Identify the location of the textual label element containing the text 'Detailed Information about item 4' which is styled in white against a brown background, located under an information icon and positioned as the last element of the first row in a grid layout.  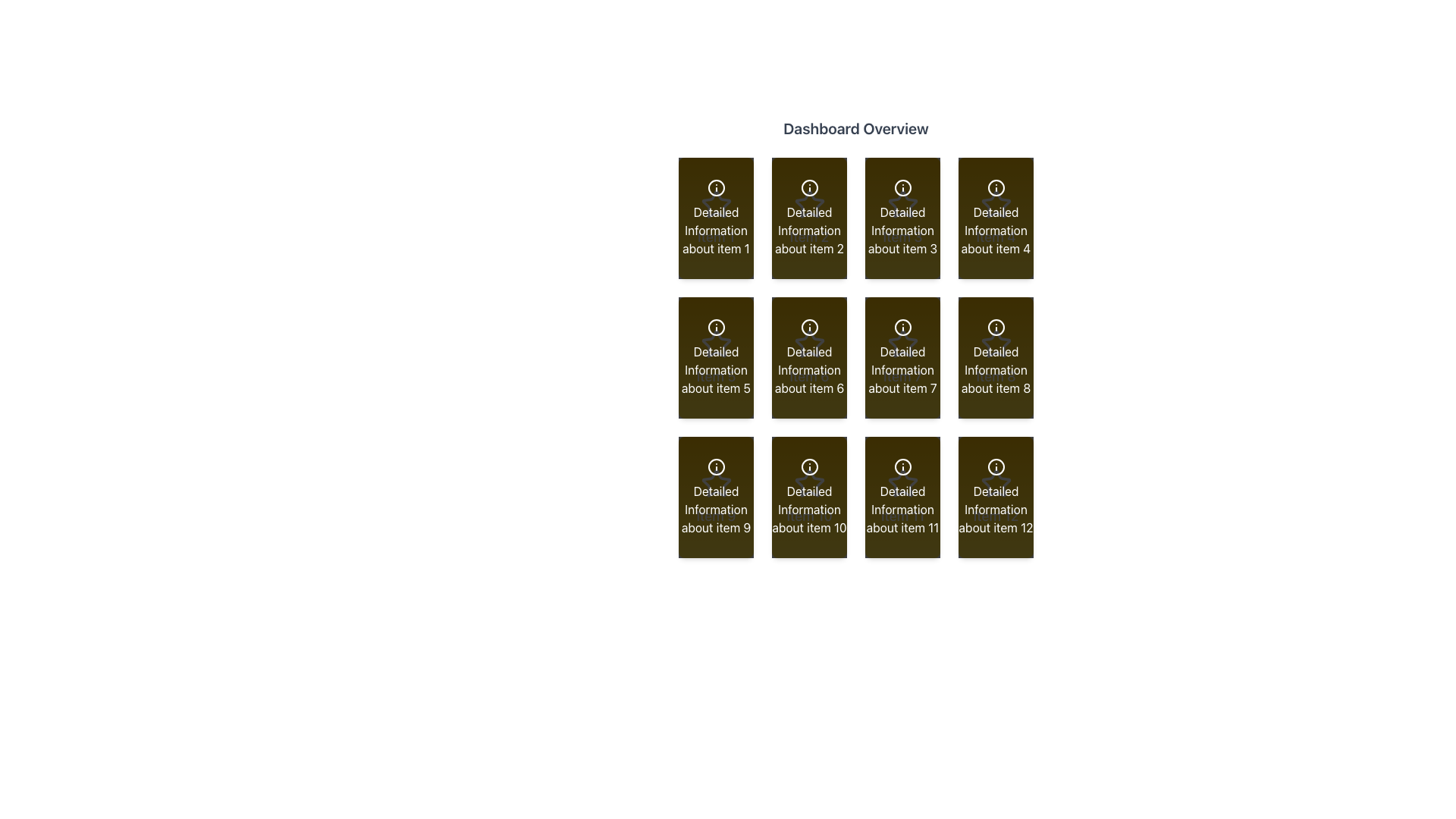
(996, 231).